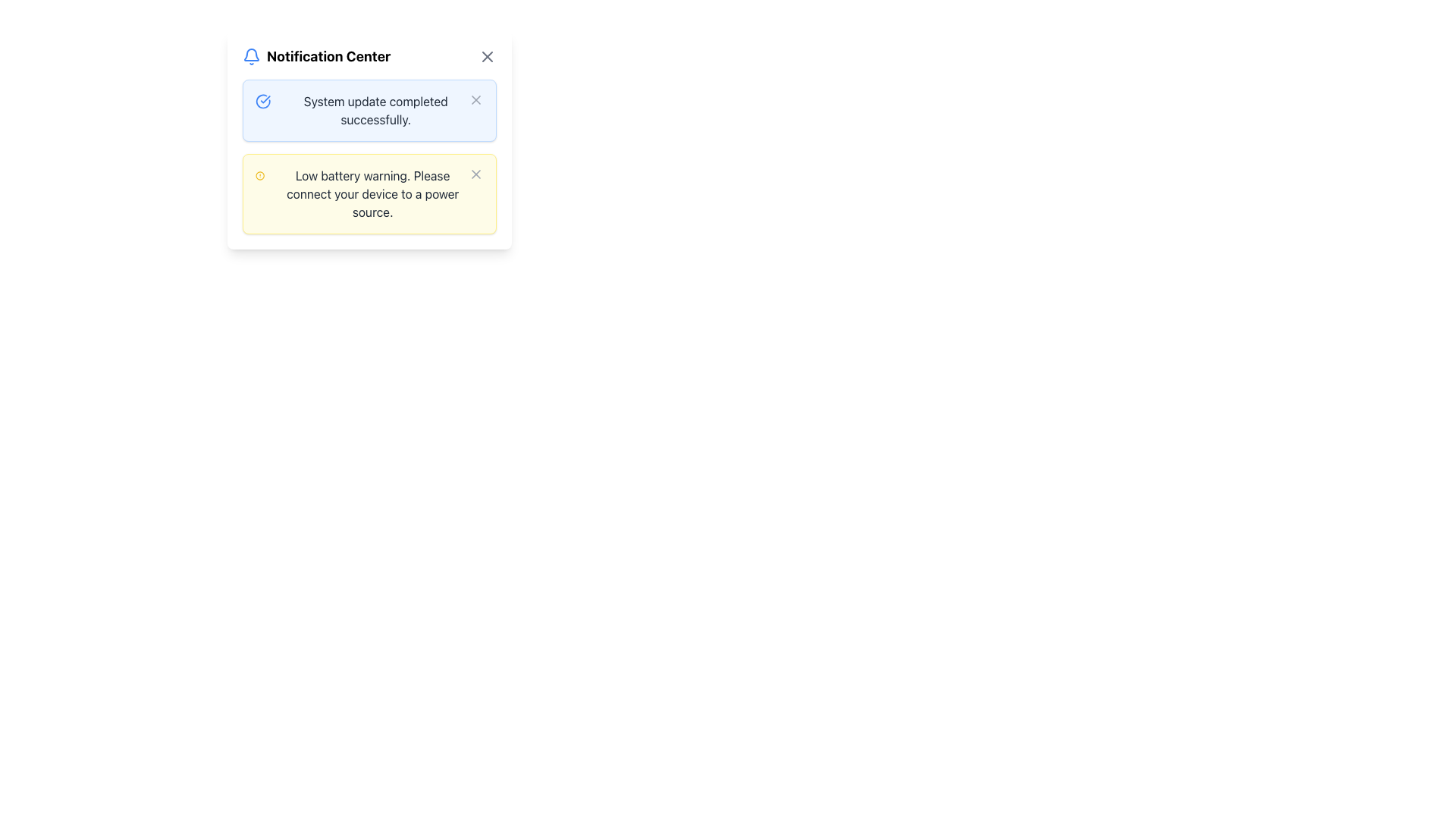 Image resolution: width=1456 pixels, height=819 pixels. What do you see at coordinates (372, 193) in the screenshot?
I see `low battery notification text located in the warning notification area below the top message in the notification center` at bounding box center [372, 193].